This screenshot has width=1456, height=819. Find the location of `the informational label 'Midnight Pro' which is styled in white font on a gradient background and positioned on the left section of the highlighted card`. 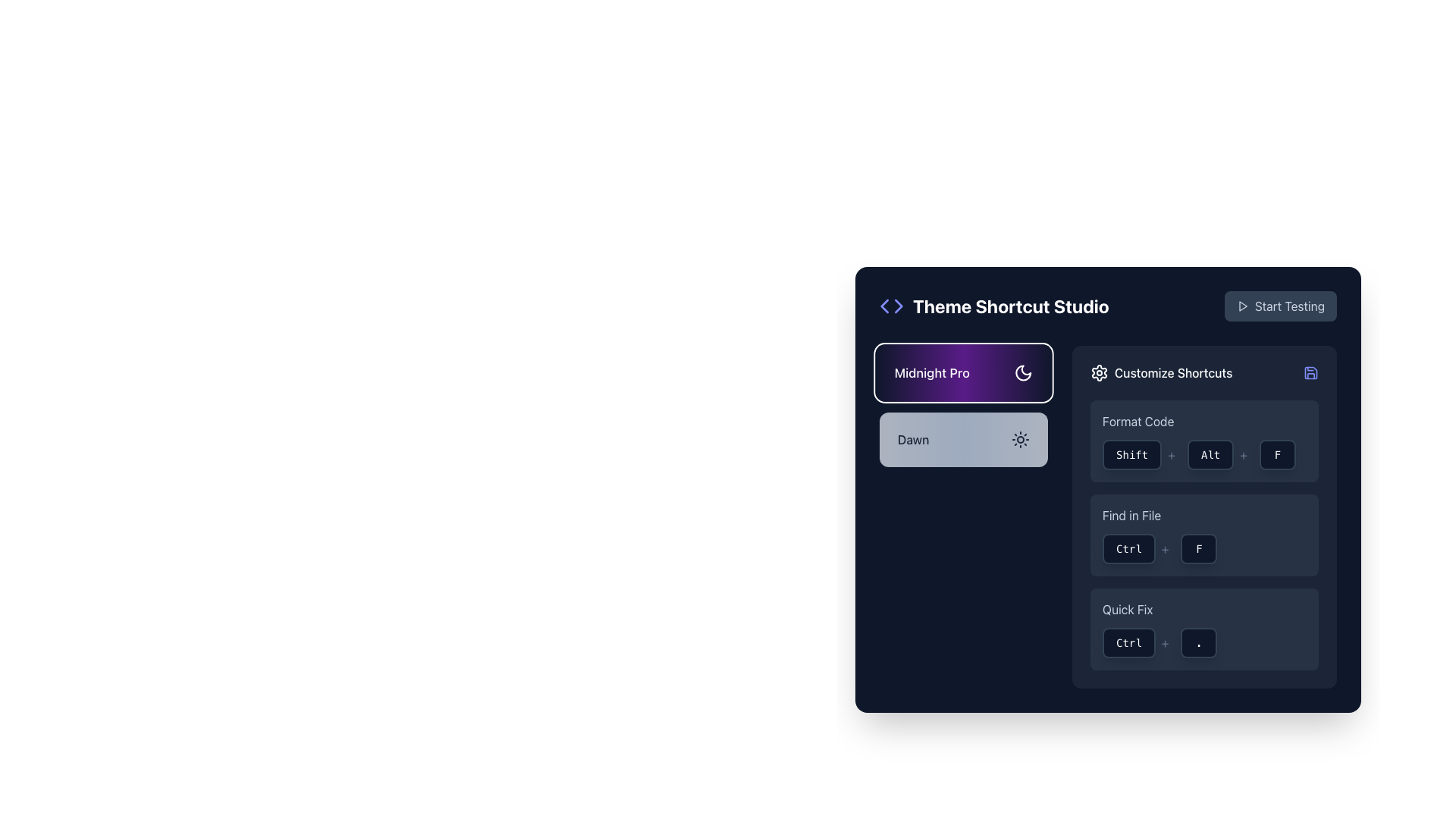

the informational label 'Midnight Pro' which is styled in white font on a gradient background and positioned on the left section of the highlighted card is located at coordinates (963, 373).